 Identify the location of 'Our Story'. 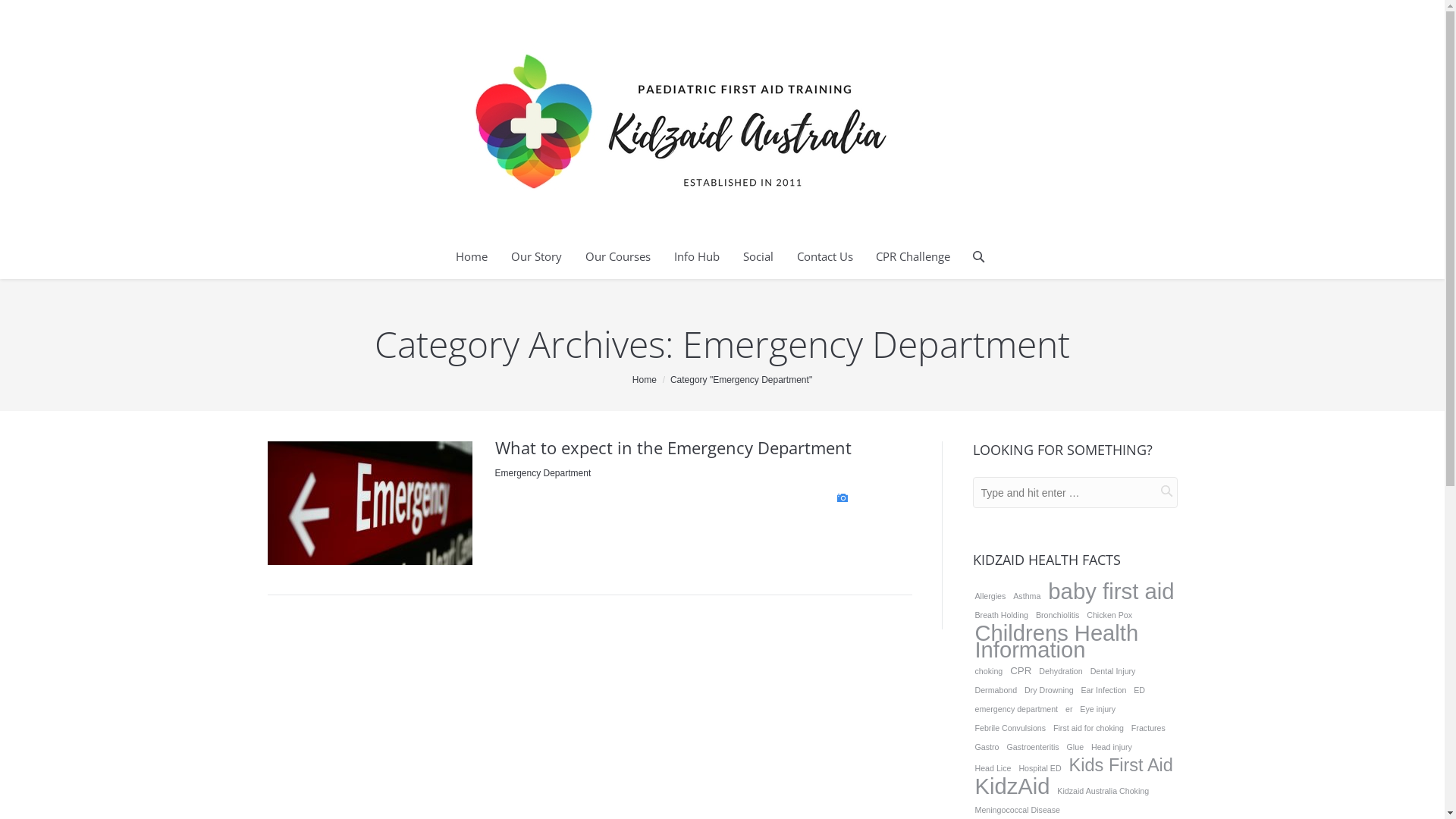
(536, 256).